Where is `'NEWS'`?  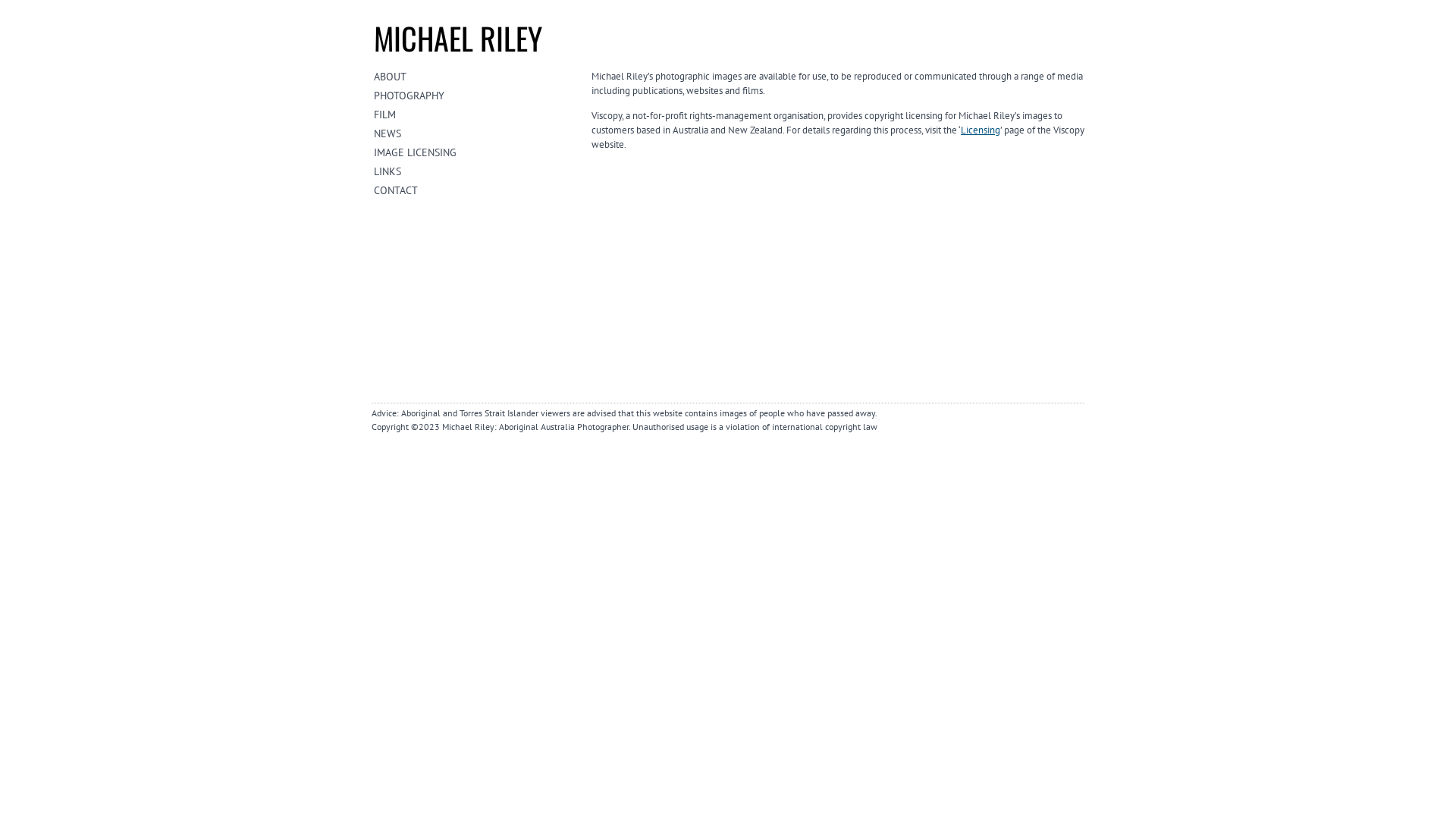 'NEWS' is located at coordinates (374, 133).